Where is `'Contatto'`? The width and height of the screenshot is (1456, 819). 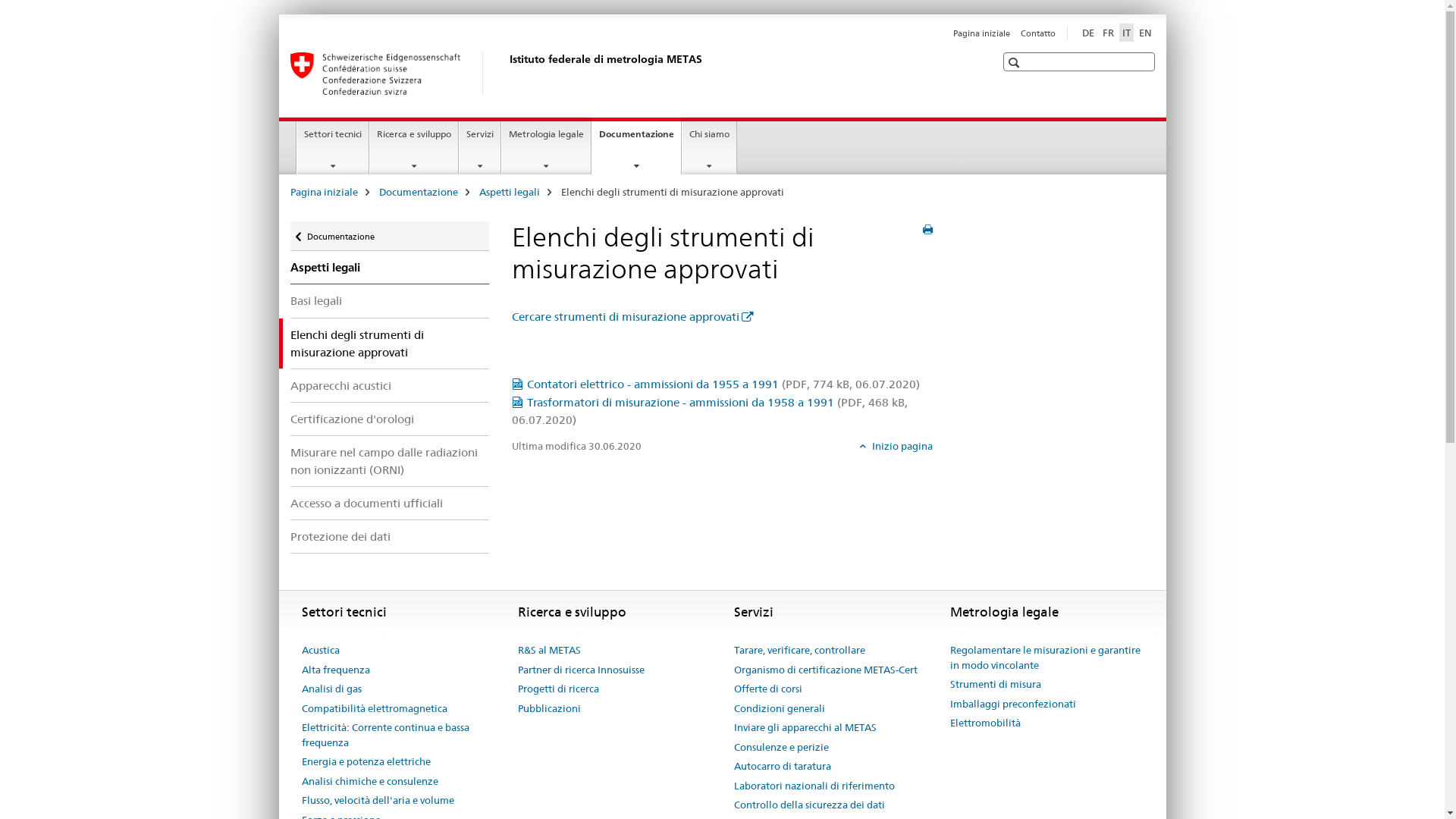 'Contatto' is located at coordinates (1037, 33).